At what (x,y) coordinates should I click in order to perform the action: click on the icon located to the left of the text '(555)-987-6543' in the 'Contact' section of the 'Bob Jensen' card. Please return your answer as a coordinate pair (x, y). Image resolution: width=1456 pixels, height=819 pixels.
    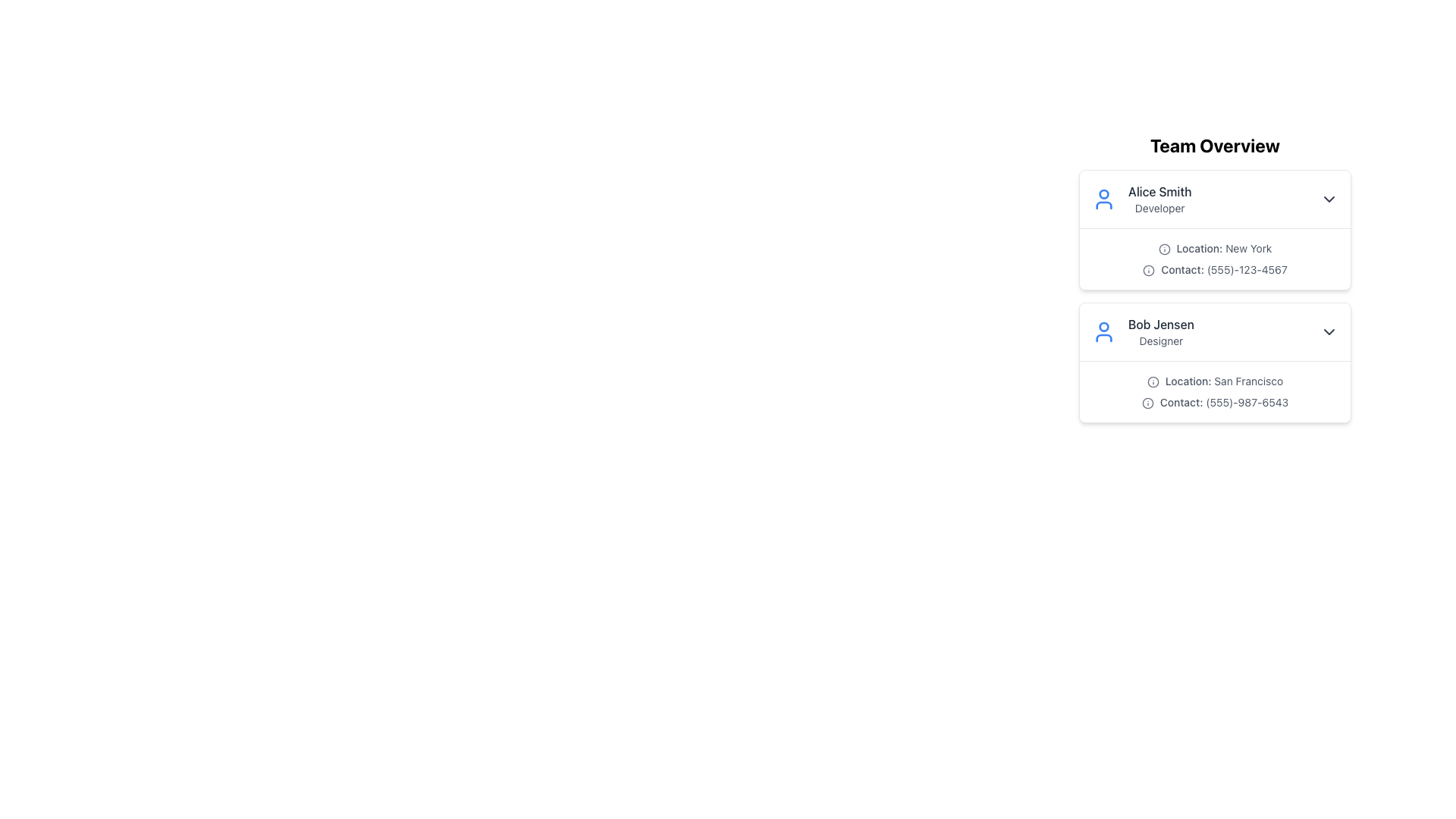
    Looking at the image, I should click on (1147, 403).